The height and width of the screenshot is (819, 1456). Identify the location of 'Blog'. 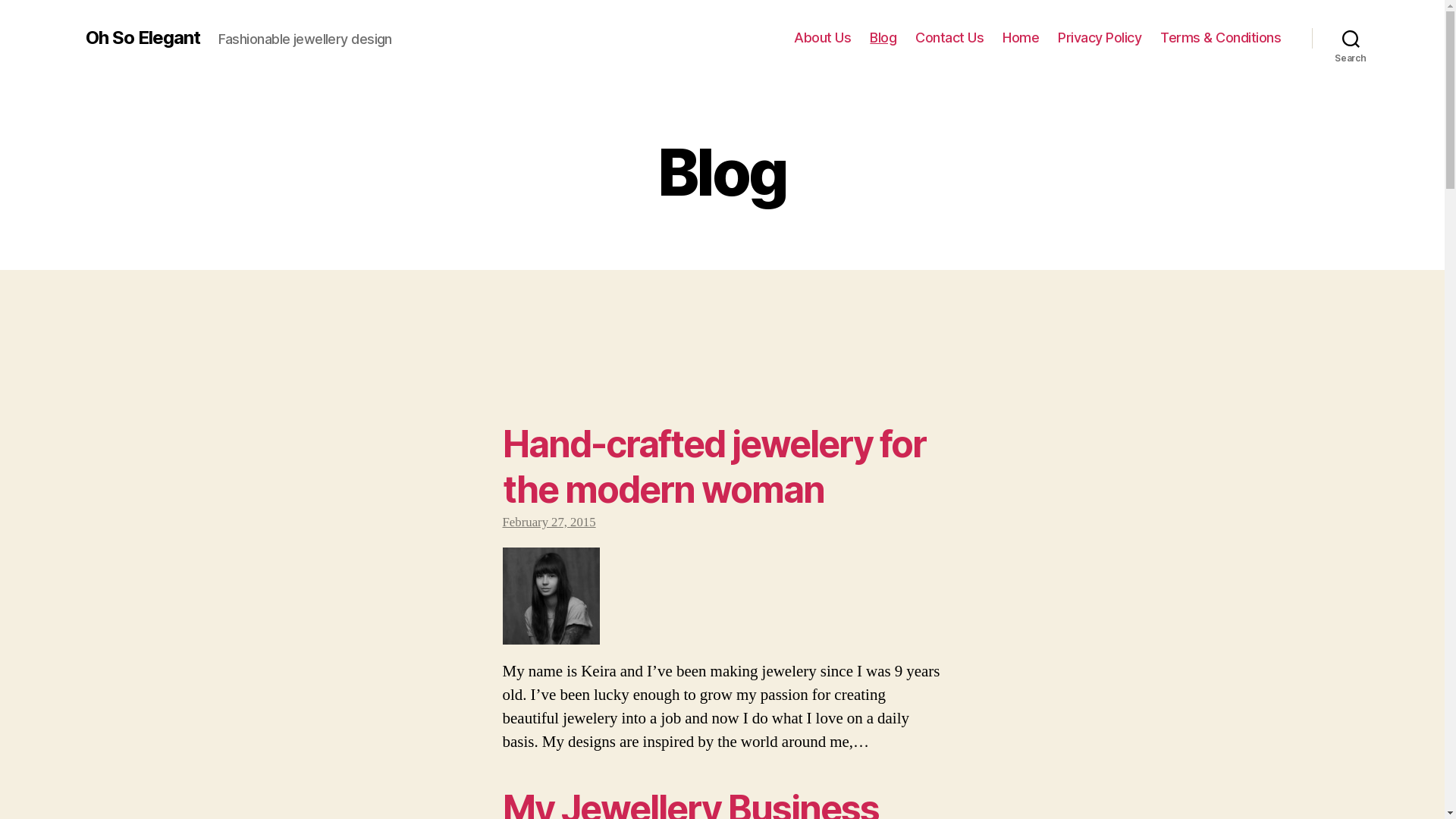
(883, 37).